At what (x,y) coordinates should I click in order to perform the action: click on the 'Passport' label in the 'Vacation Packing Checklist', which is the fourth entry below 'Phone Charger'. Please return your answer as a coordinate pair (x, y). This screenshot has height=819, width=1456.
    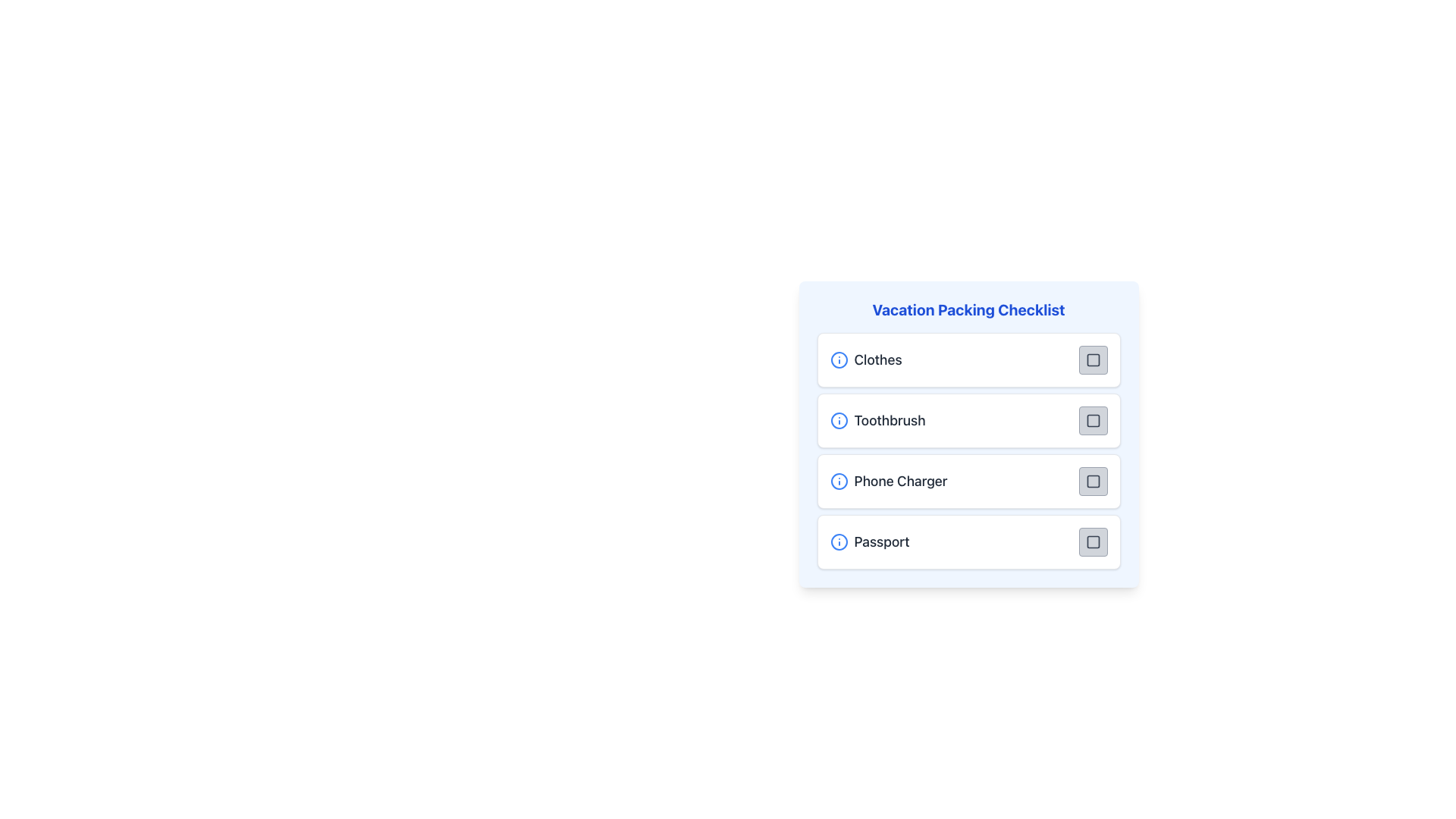
    Looking at the image, I should click on (881, 541).